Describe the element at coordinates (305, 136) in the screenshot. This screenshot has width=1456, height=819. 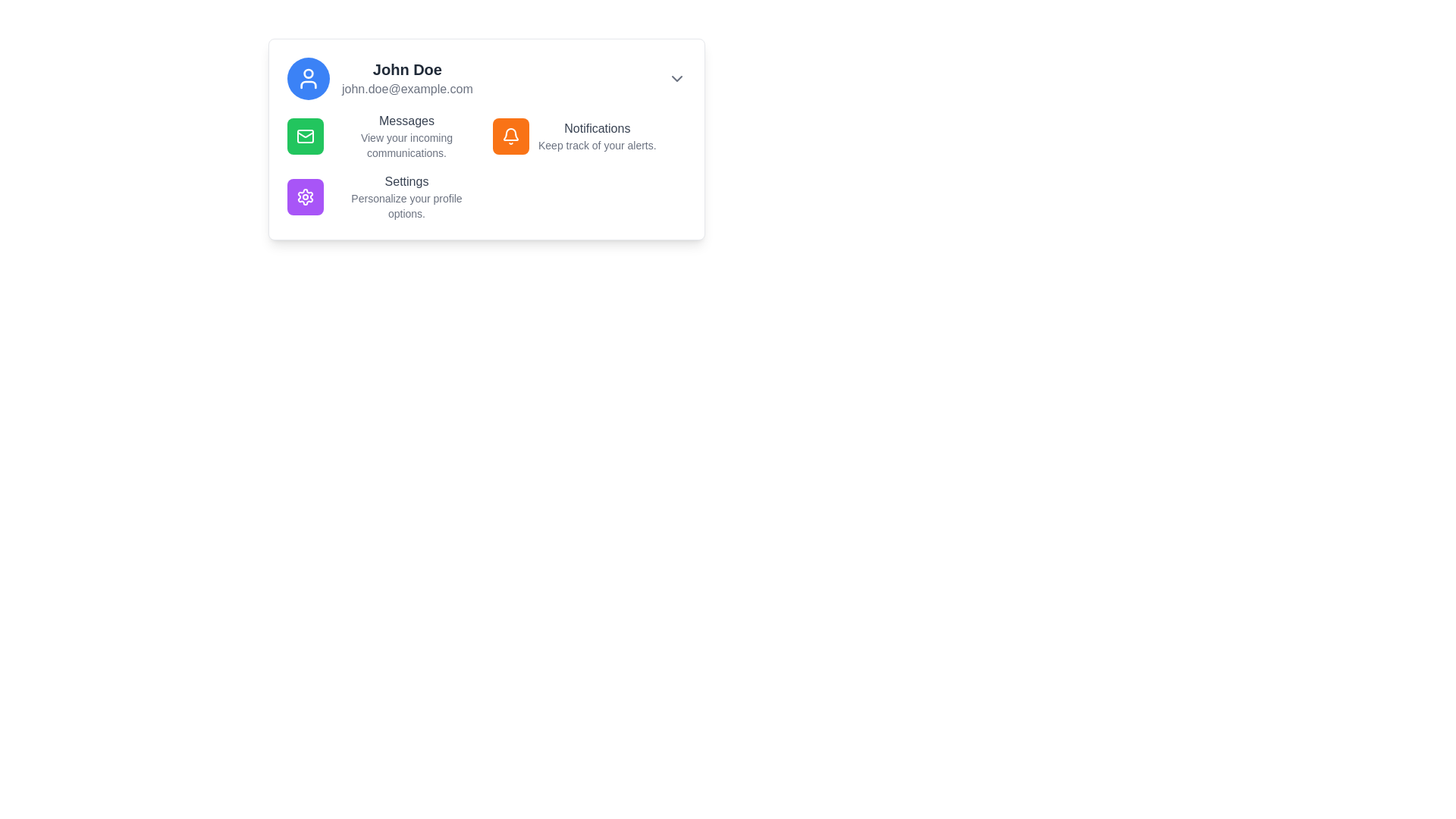
I see `the 'Messages' icon located within a green background, which is positioned to the left of the 'Messages: View your incoming communications.' text block` at that location.